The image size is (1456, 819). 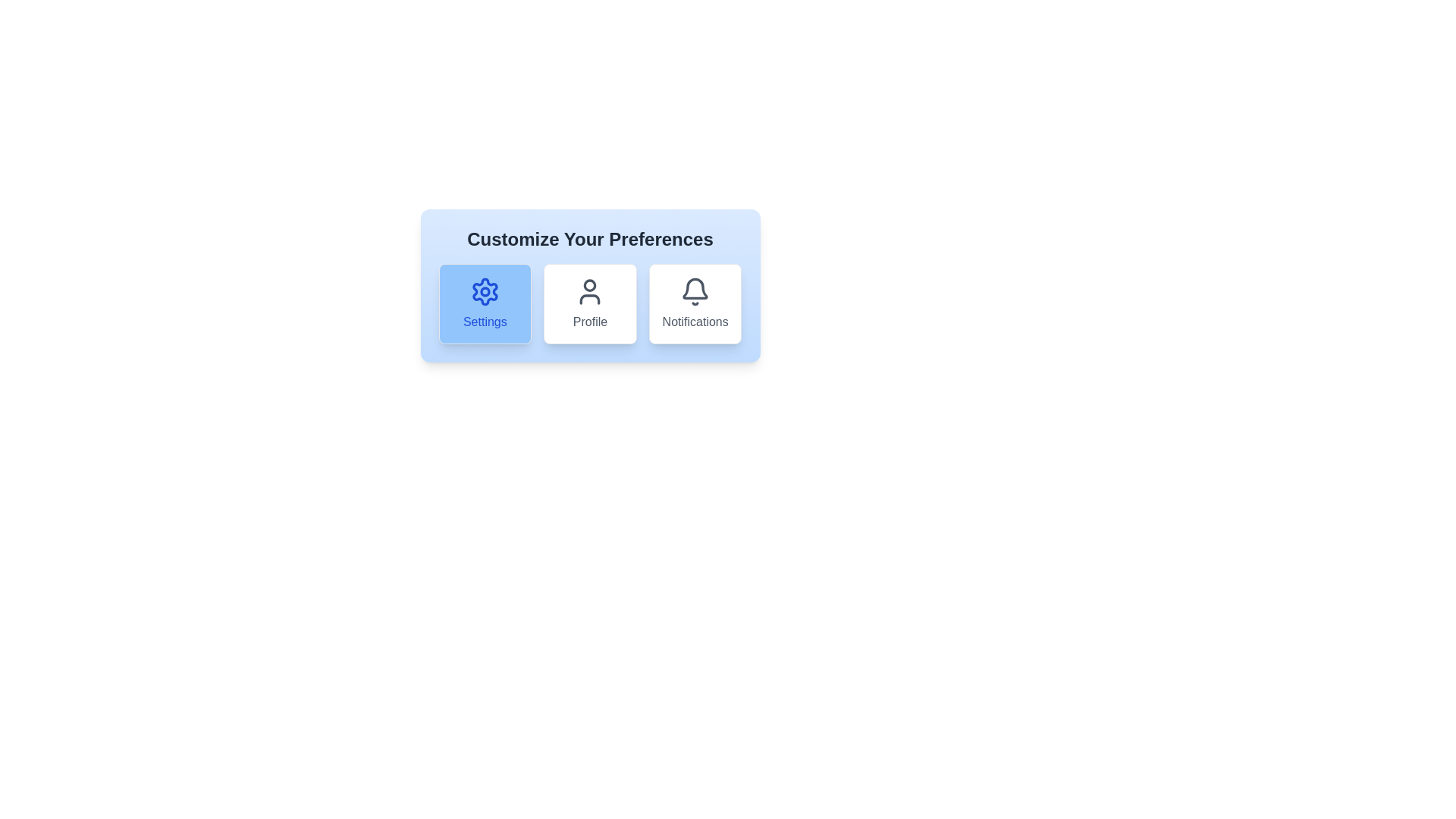 What do you see at coordinates (695, 321) in the screenshot?
I see `the text label that indicates the purpose of the card related to notifications, which is part of the third card in a horizontal grid layout` at bounding box center [695, 321].